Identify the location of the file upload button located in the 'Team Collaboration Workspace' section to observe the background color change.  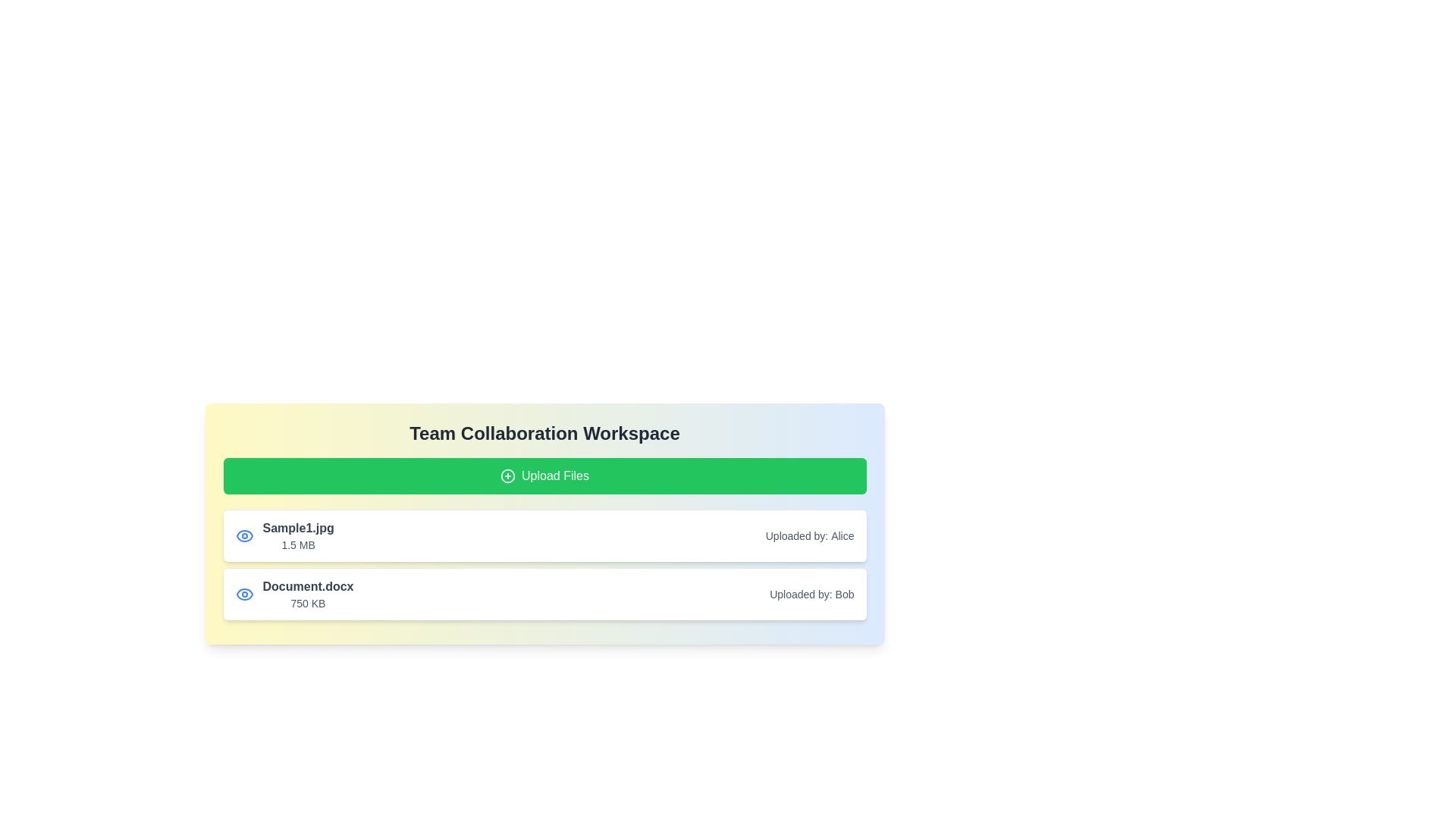
(544, 475).